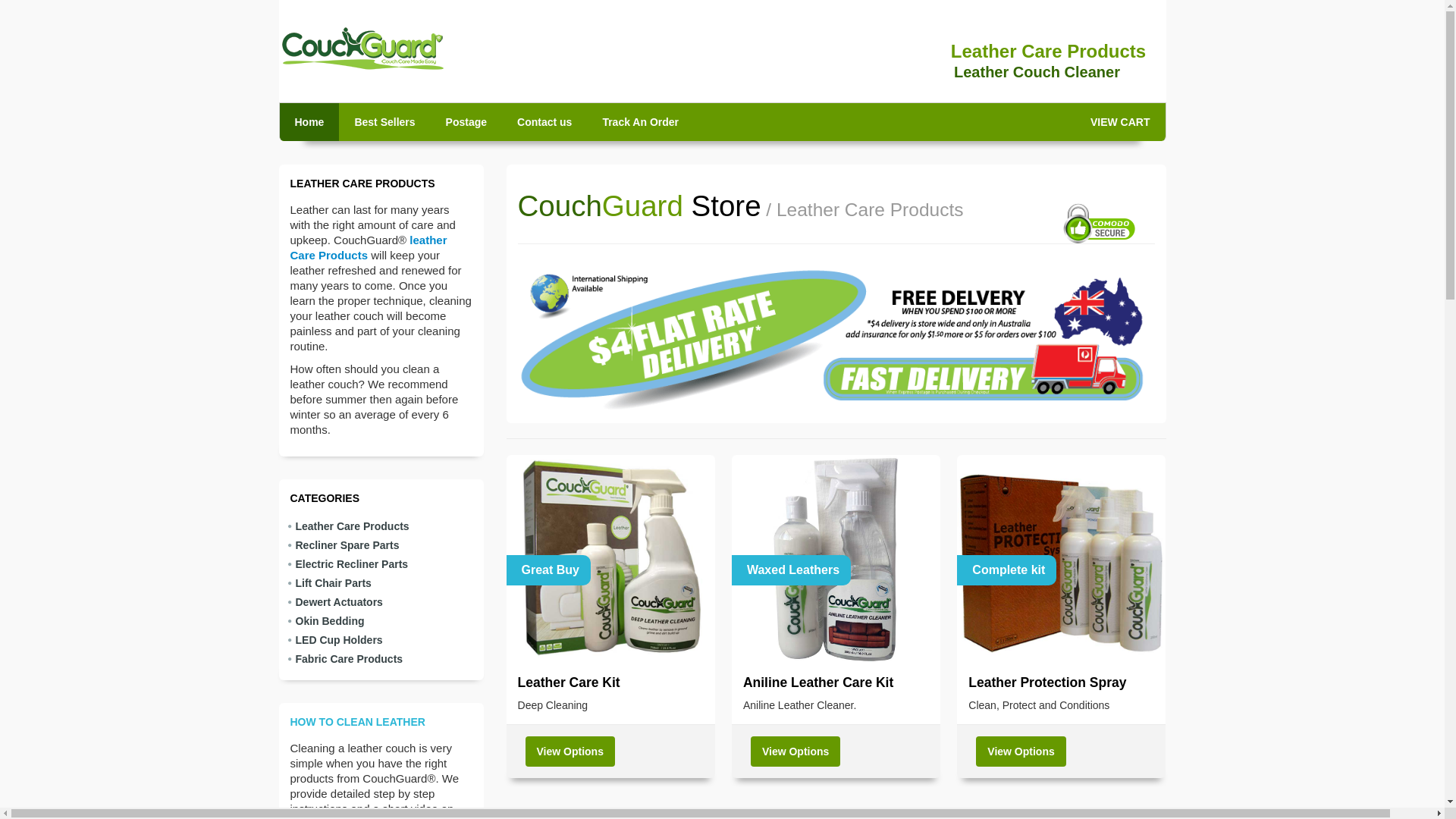  I want to click on 'VIEW CART', so click(1120, 121).